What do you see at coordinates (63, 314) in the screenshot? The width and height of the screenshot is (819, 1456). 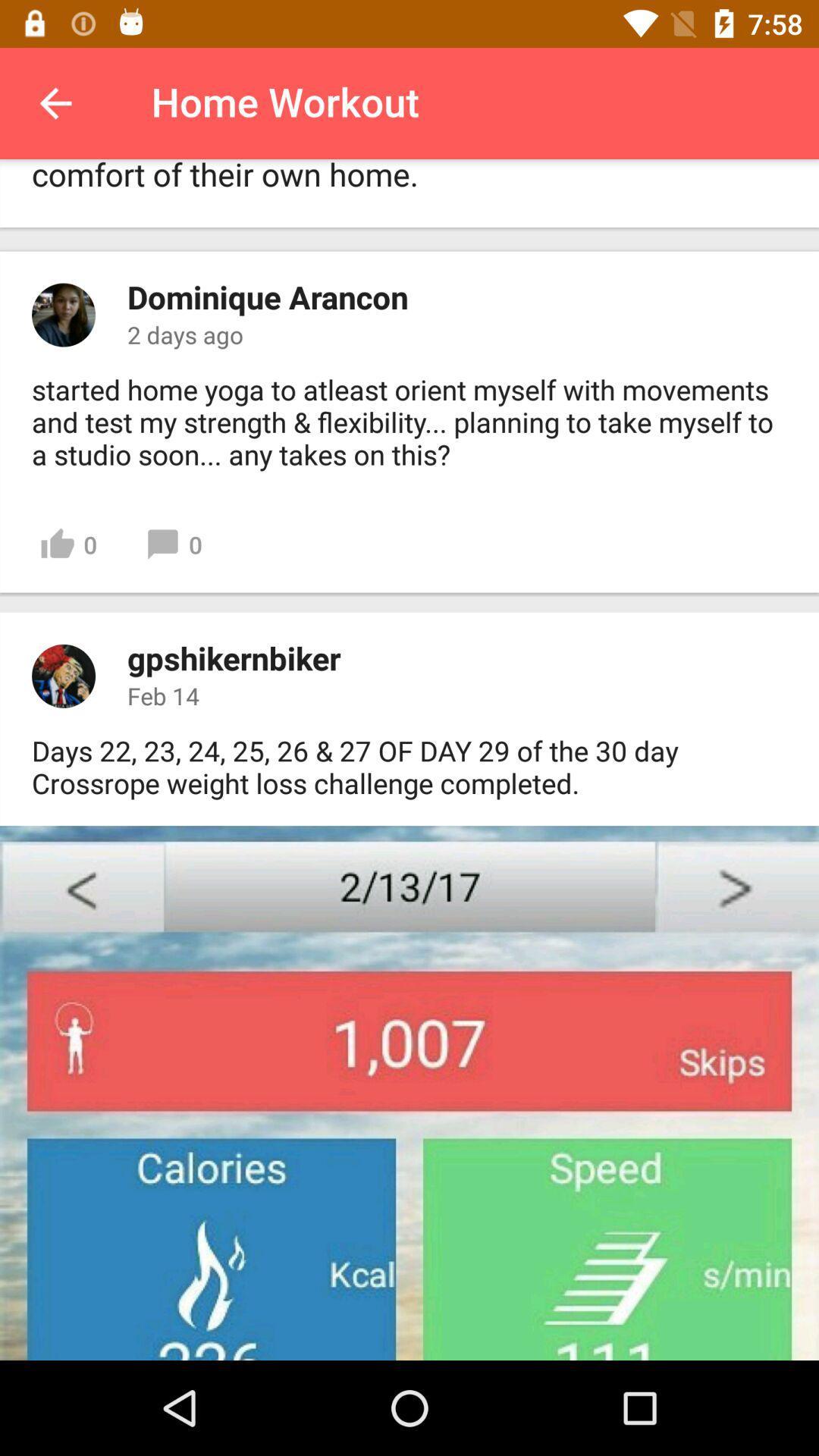 I see `profile picture` at bounding box center [63, 314].